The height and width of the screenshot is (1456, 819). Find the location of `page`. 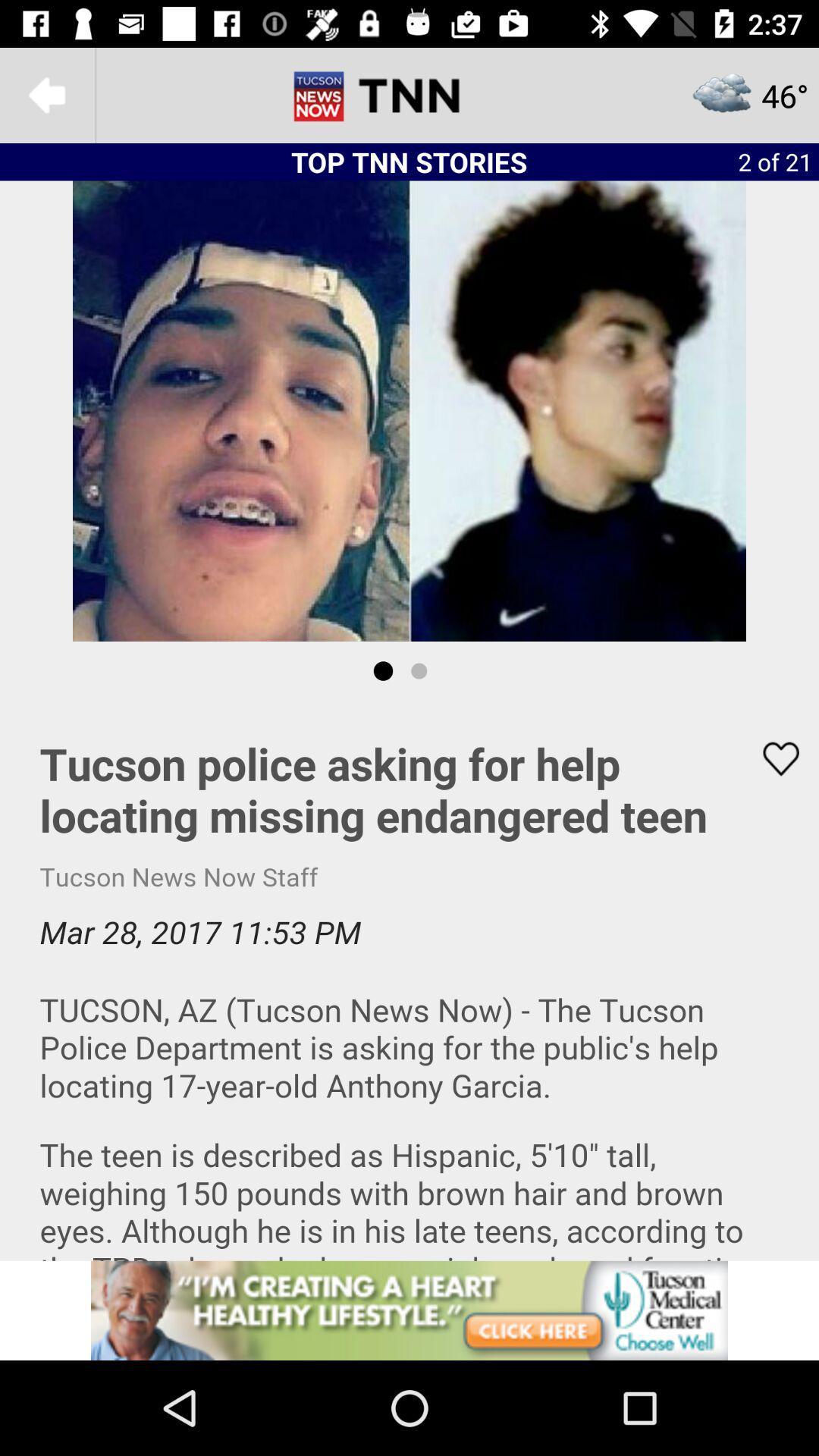

page is located at coordinates (46, 94).